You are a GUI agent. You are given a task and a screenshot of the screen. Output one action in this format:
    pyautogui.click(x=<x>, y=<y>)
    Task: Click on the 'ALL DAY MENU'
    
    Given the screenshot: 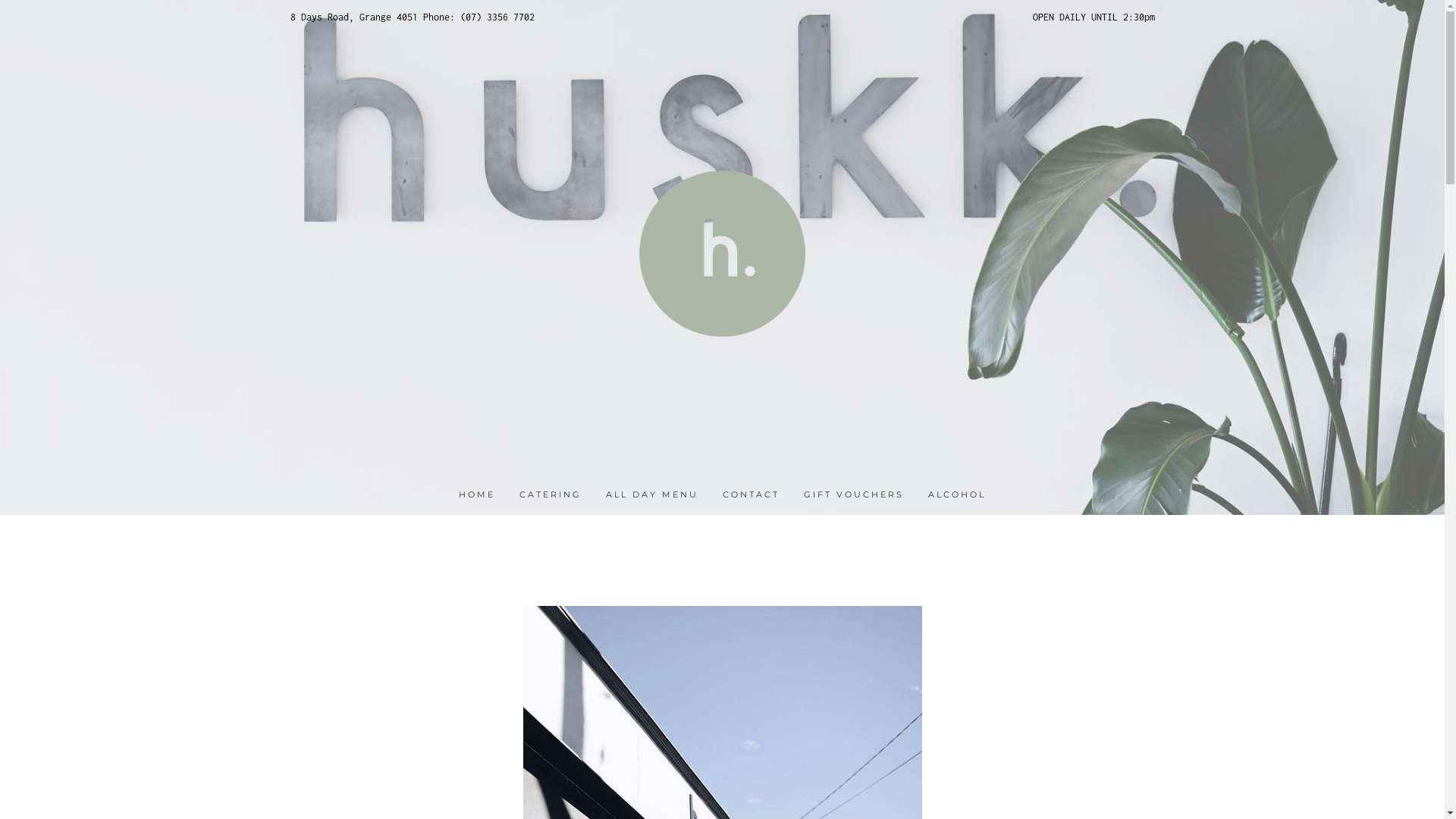 What is the action you would take?
    pyautogui.click(x=651, y=495)
    